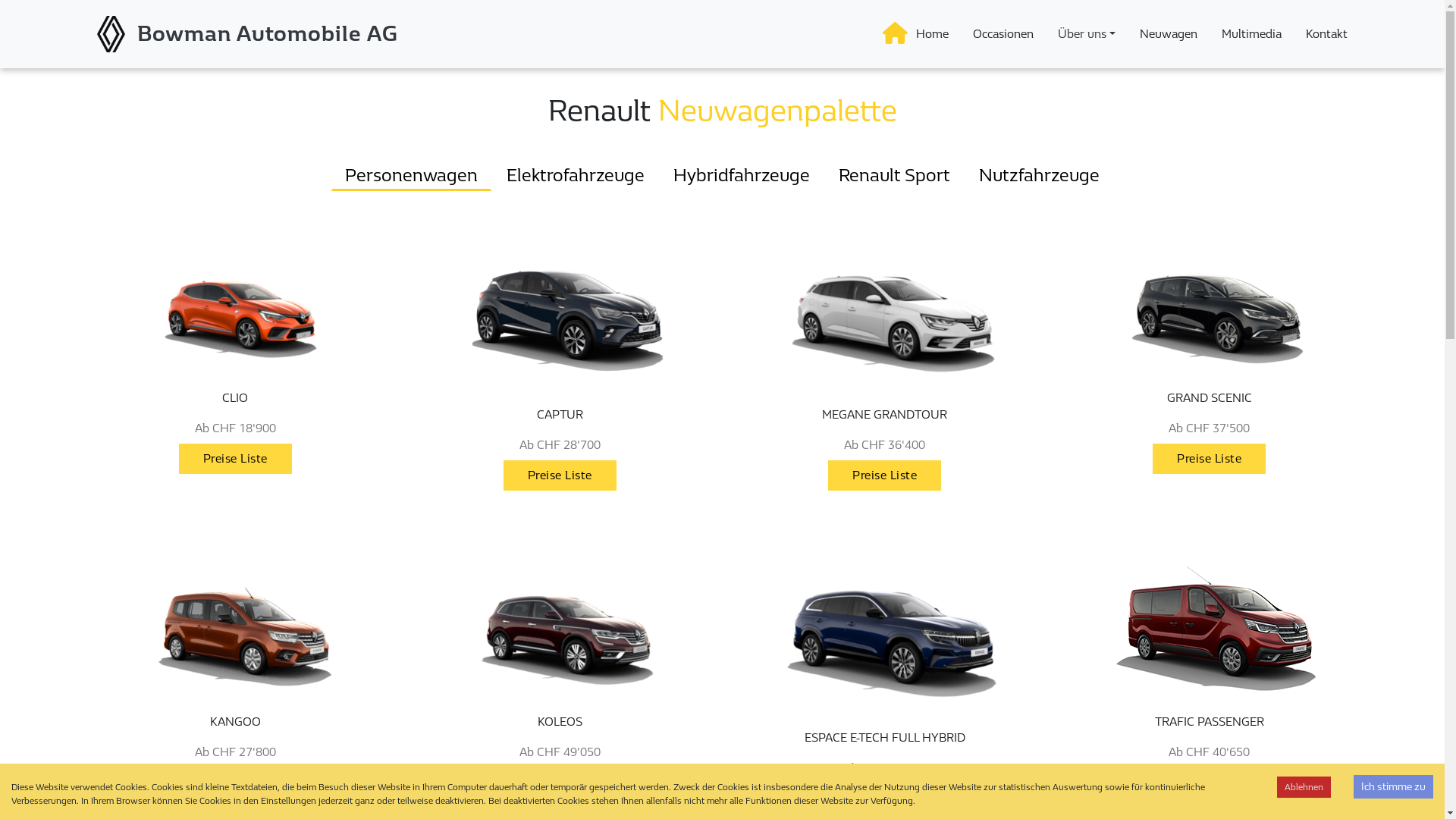 The image size is (1456, 819). I want to click on 'Preise Liste', so click(1208, 782).